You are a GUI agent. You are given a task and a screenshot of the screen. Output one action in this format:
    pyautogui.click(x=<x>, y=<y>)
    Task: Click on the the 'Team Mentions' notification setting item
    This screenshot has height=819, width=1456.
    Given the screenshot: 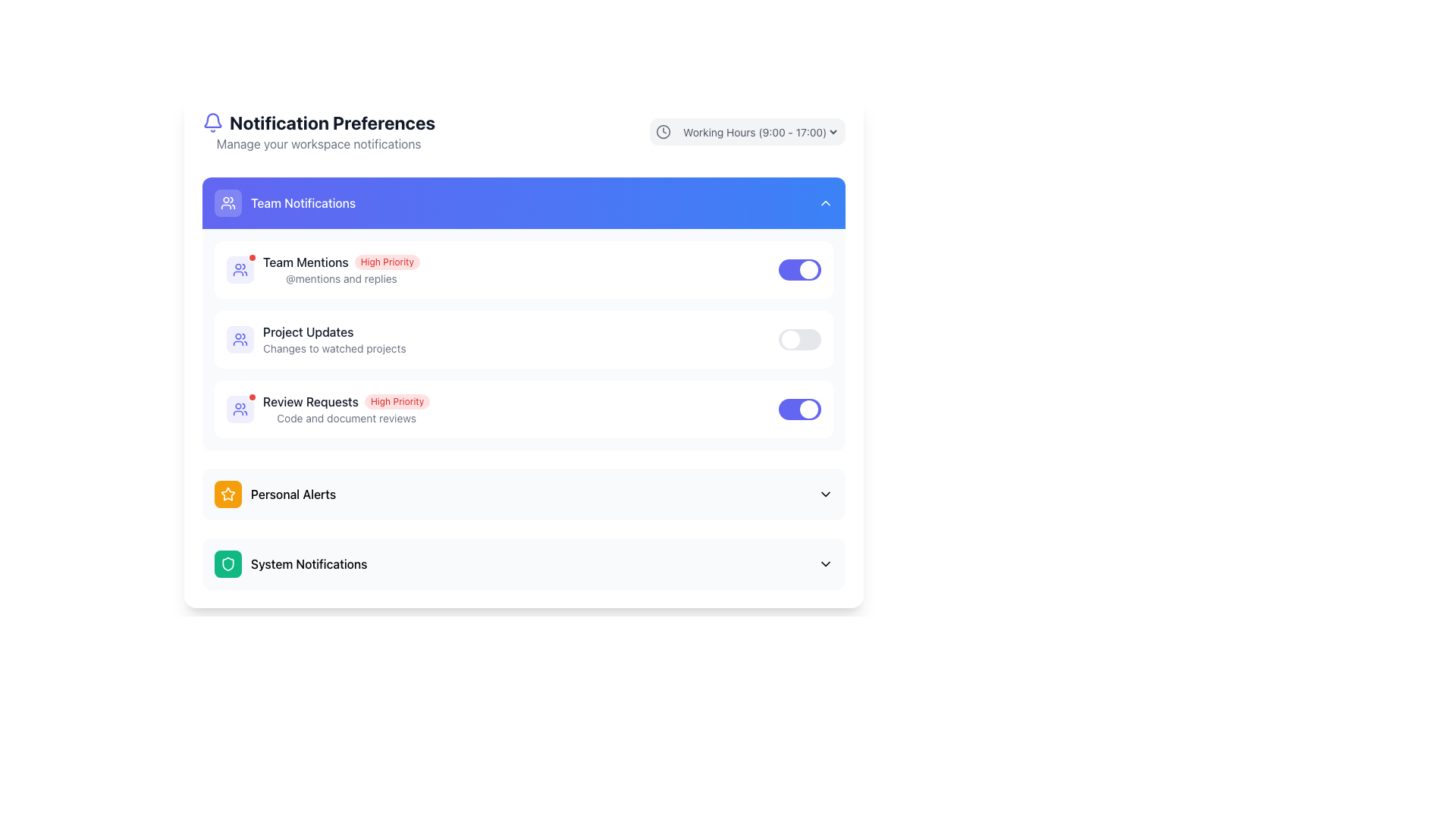 What is the action you would take?
    pyautogui.click(x=322, y=268)
    